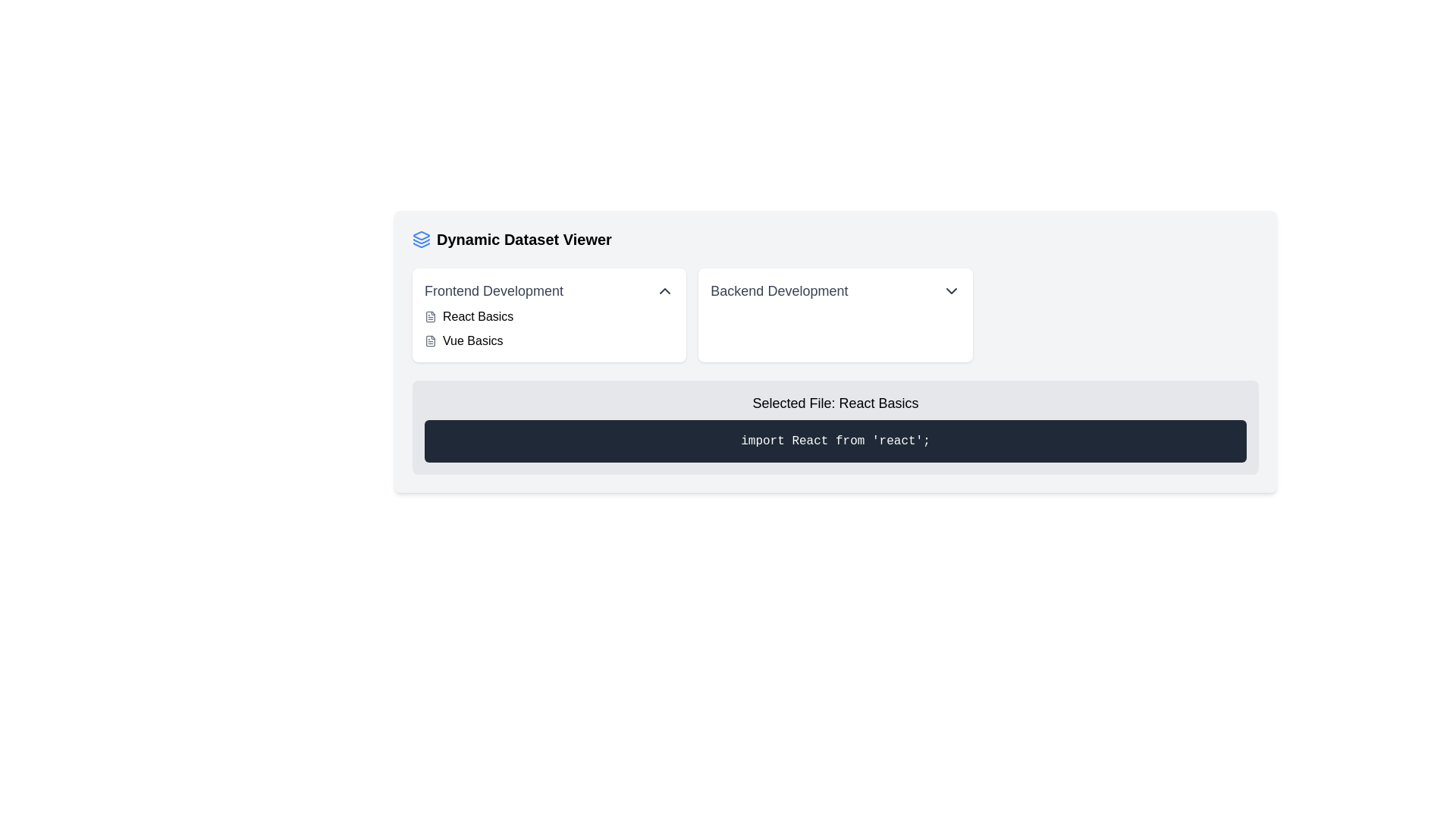  I want to click on the dropdown menu element labeled 'Backend Development', so click(835, 315).